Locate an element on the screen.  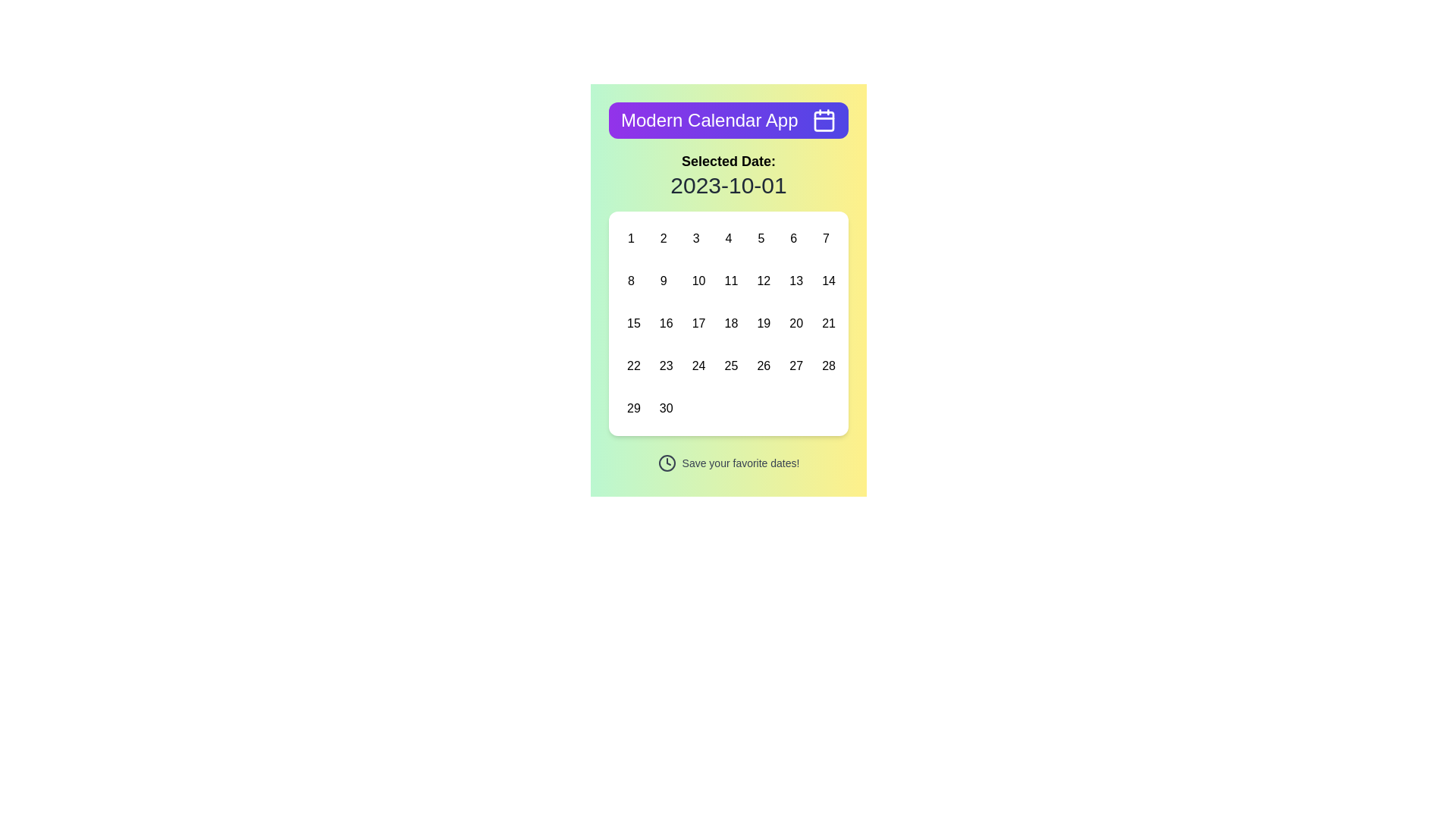
the button displaying the numeral '8' is located at coordinates (631, 281).